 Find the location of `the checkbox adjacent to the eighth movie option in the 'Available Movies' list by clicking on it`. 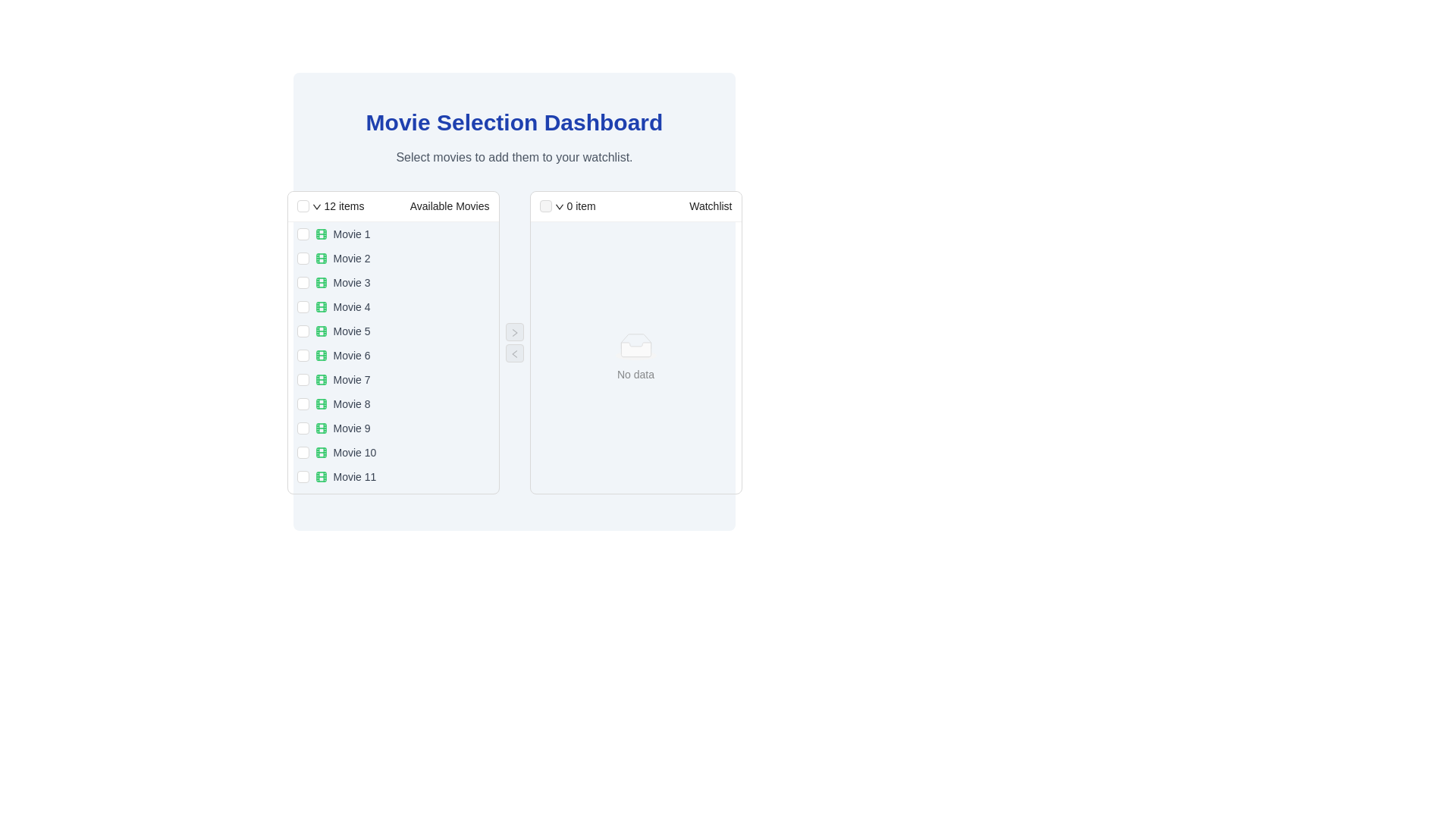

the checkbox adjacent to the eighth movie option in the 'Available Movies' list by clicking on it is located at coordinates (402, 403).